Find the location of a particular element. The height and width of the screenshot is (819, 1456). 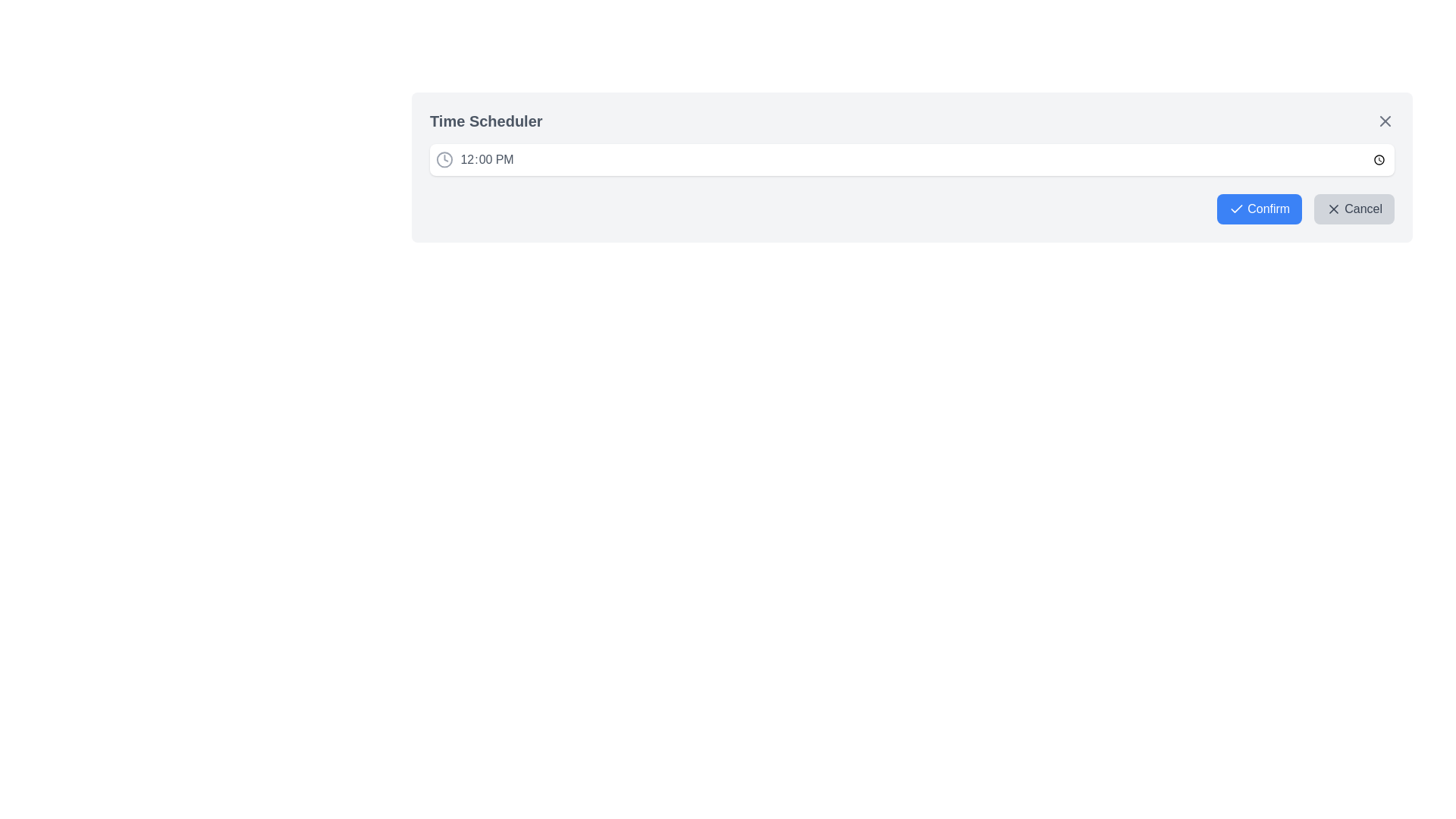

the 'Cancel' button with a gray background and rounded corners, labeled in gray text, which is the second button in a group aligned at the bottom-right of the panel is located at coordinates (1354, 209).